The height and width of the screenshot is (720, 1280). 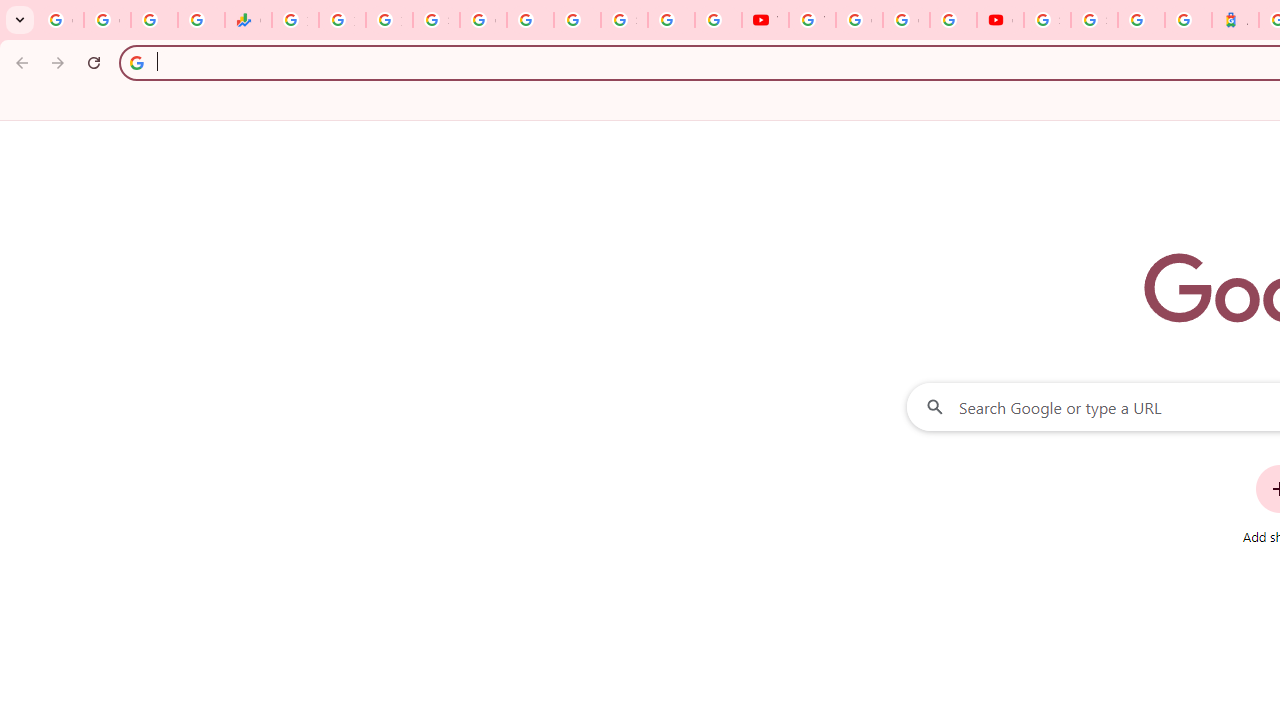 I want to click on 'Sign in - Google Accounts', so click(x=1093, y=20).